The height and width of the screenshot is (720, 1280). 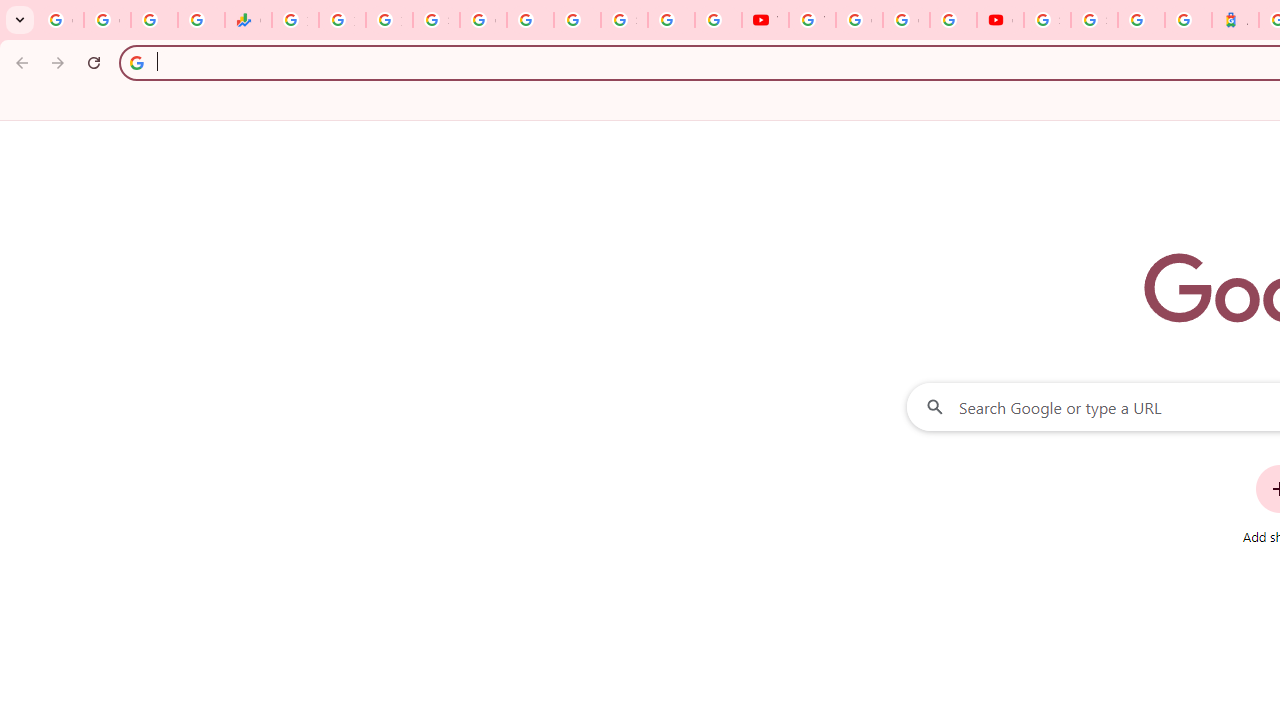 I want to click on 'Sign in - Google Accounts', so click(x=1093, y=20).